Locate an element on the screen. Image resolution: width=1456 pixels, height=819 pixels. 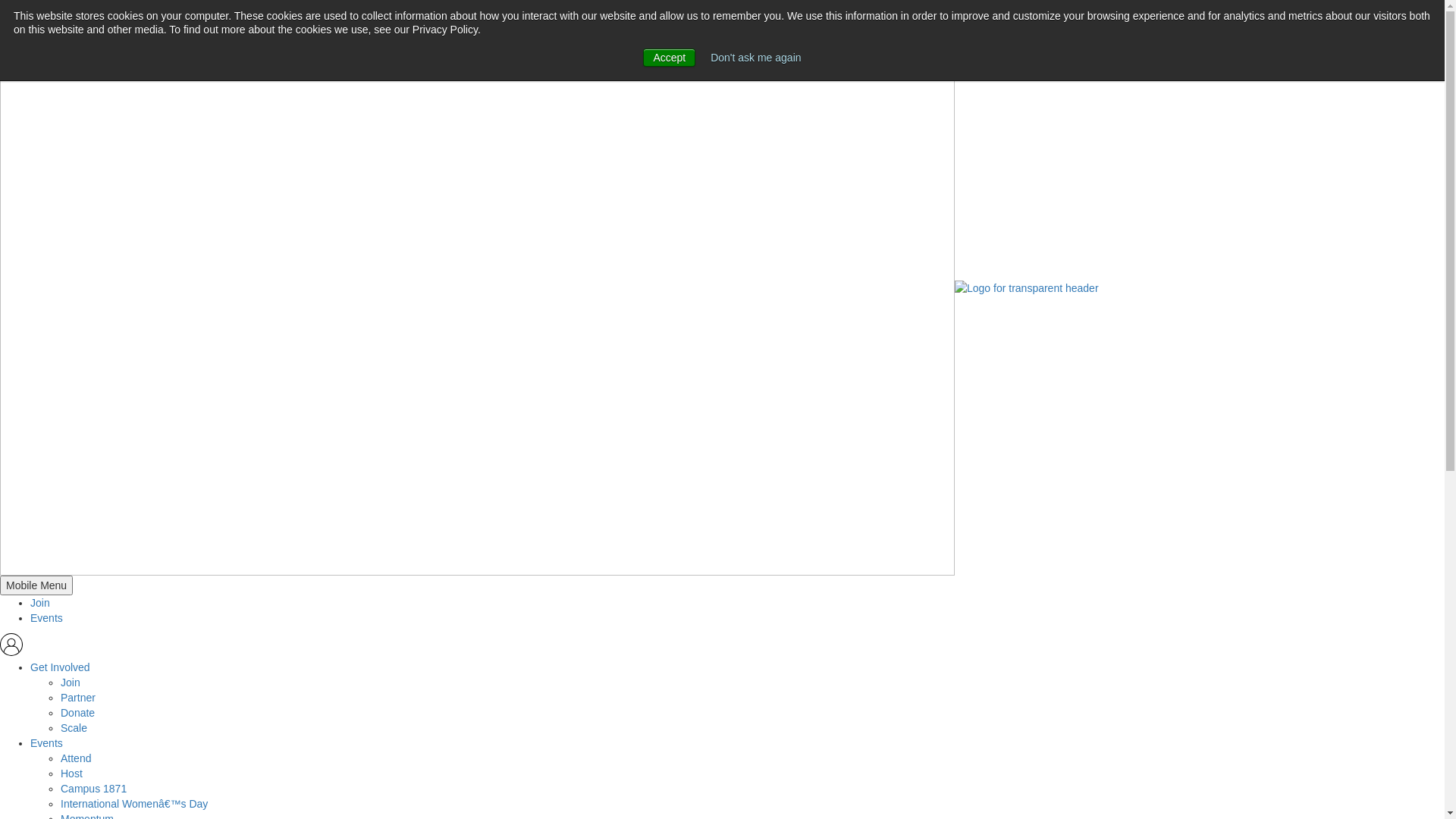
'Accept' is located at coordinates (668, 57).